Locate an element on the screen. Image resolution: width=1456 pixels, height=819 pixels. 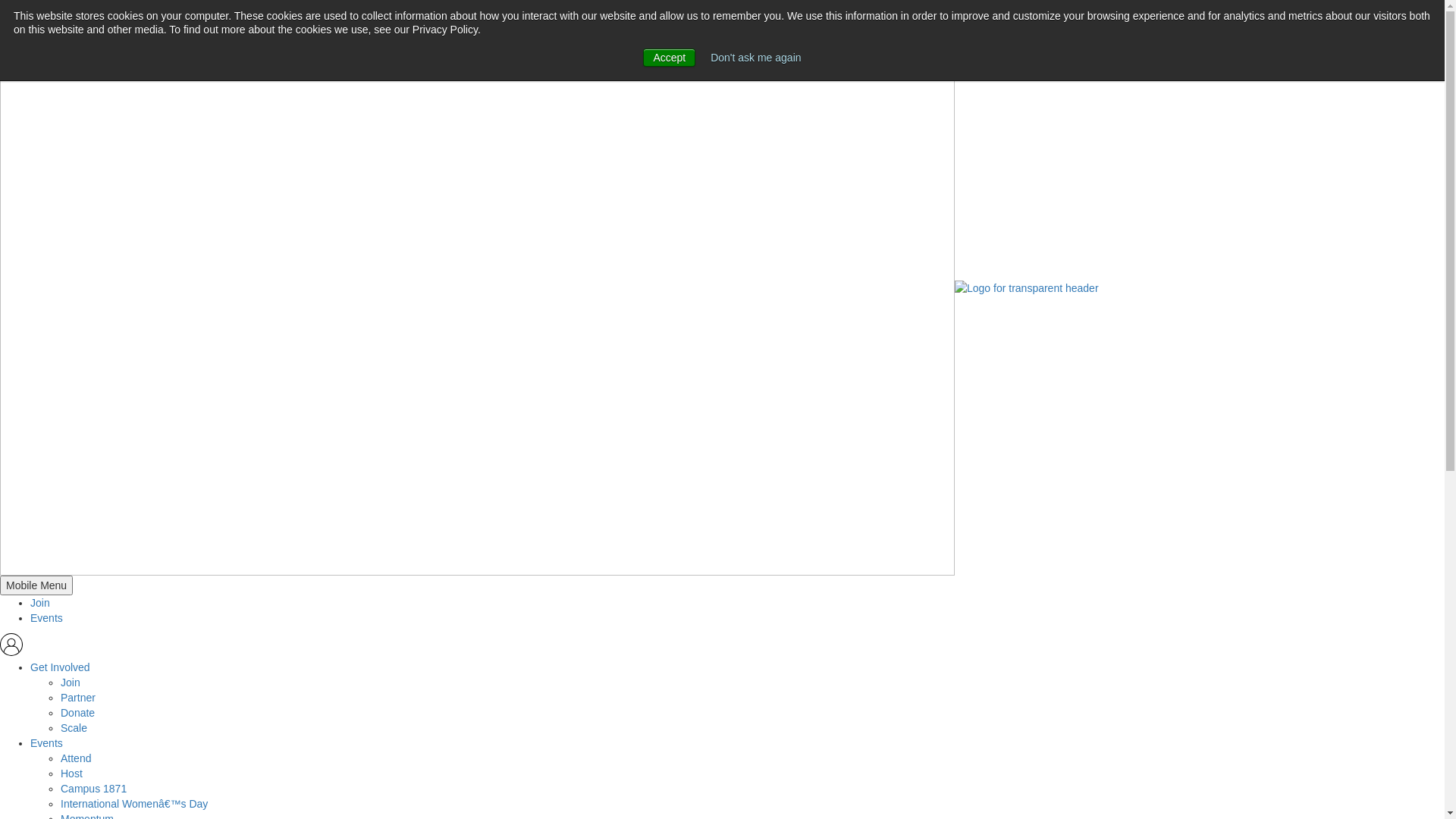
'Accept' is located at coordinates (668, 57).